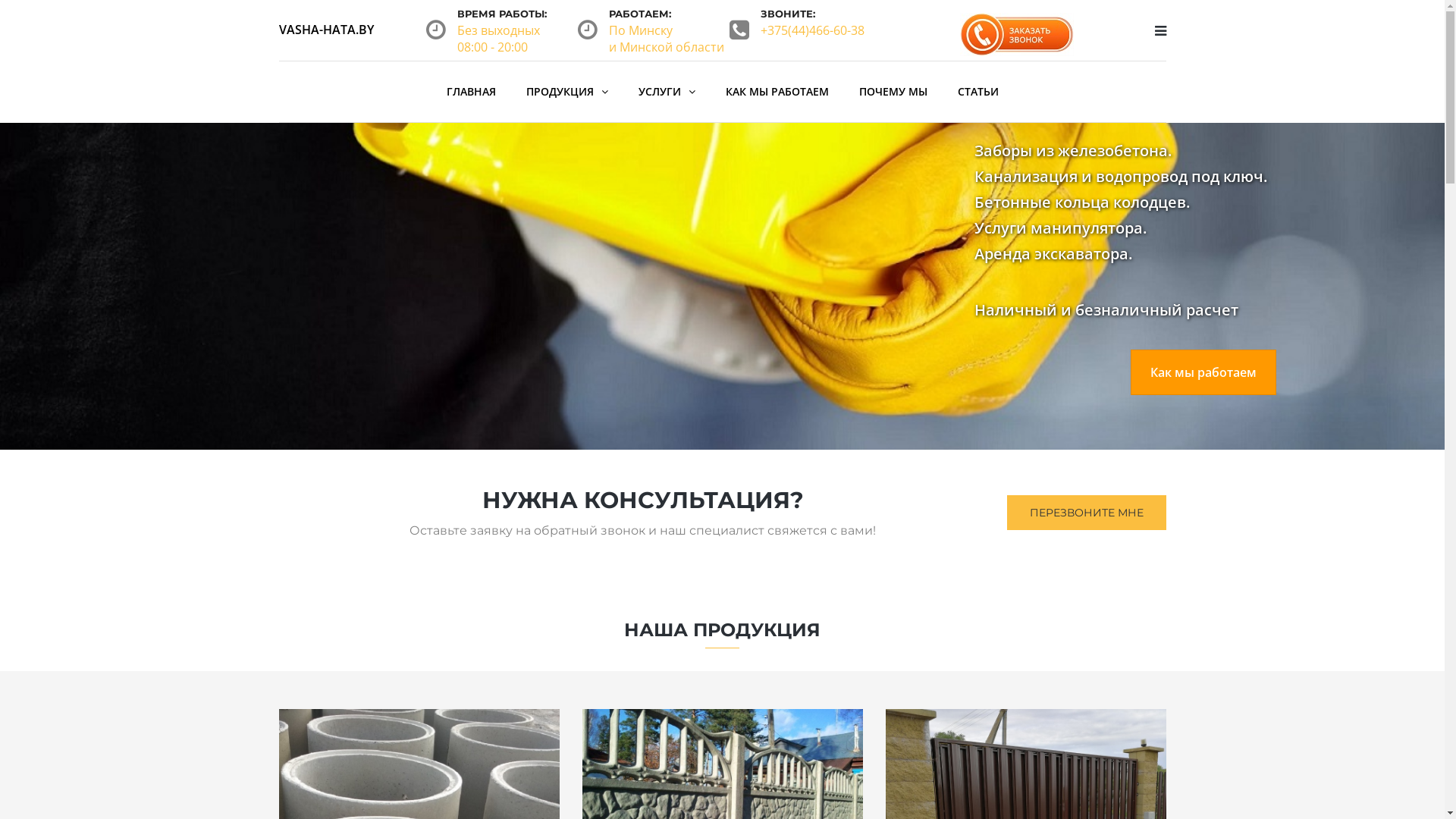 The height and width of the screenshot is (819, 1456). What do you see at coordinates (325, 29) in the screenshot?
I see `'VASHA-HATA.BY'` at bounding box center [325, 29].